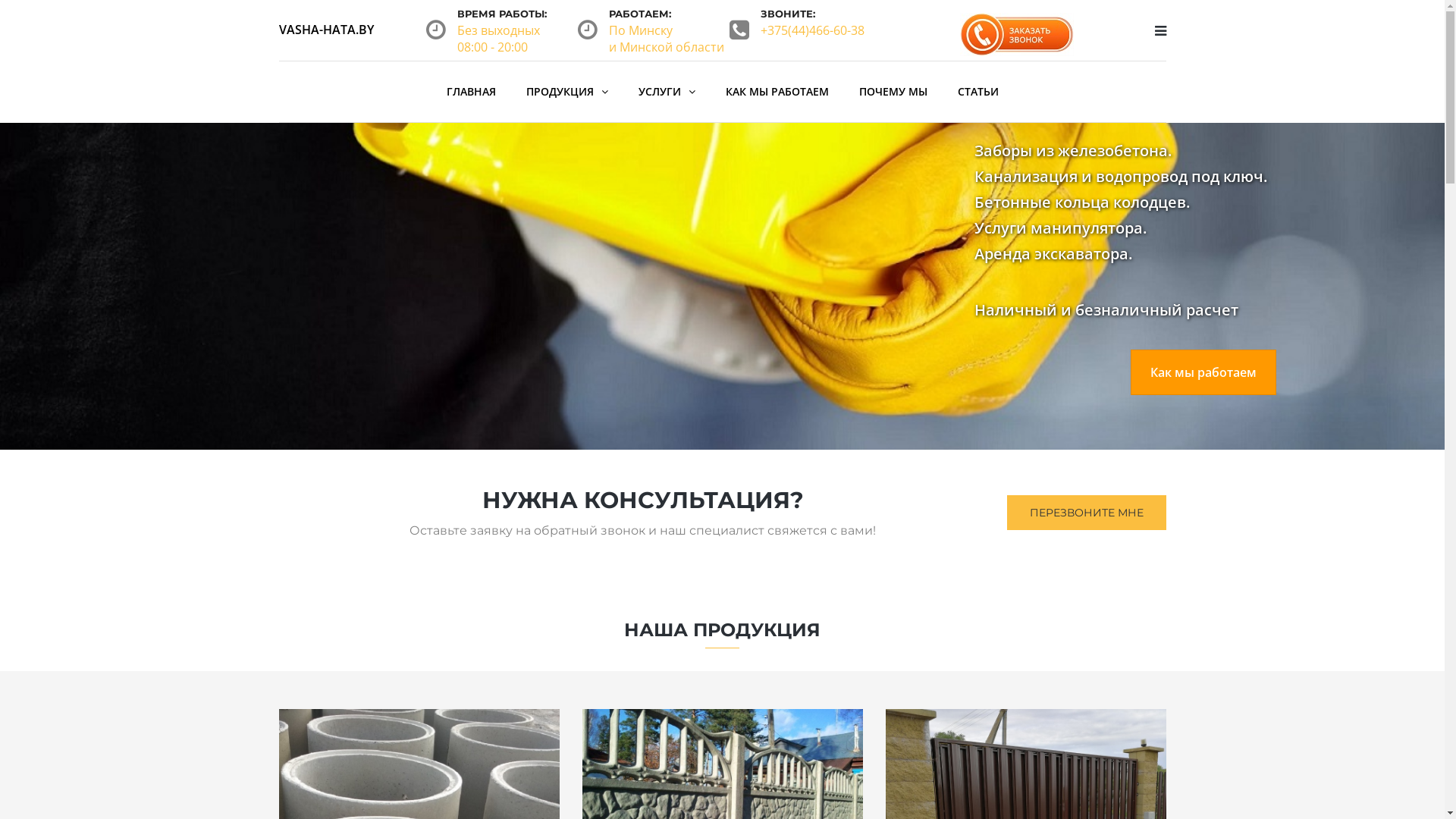 The height and width of the screenshot is (819, 1456). What do you see at coordinates (325, 29) in the screenshot?
I see `'VASHA-HATA.BY'` at bounding box center [325, 29].